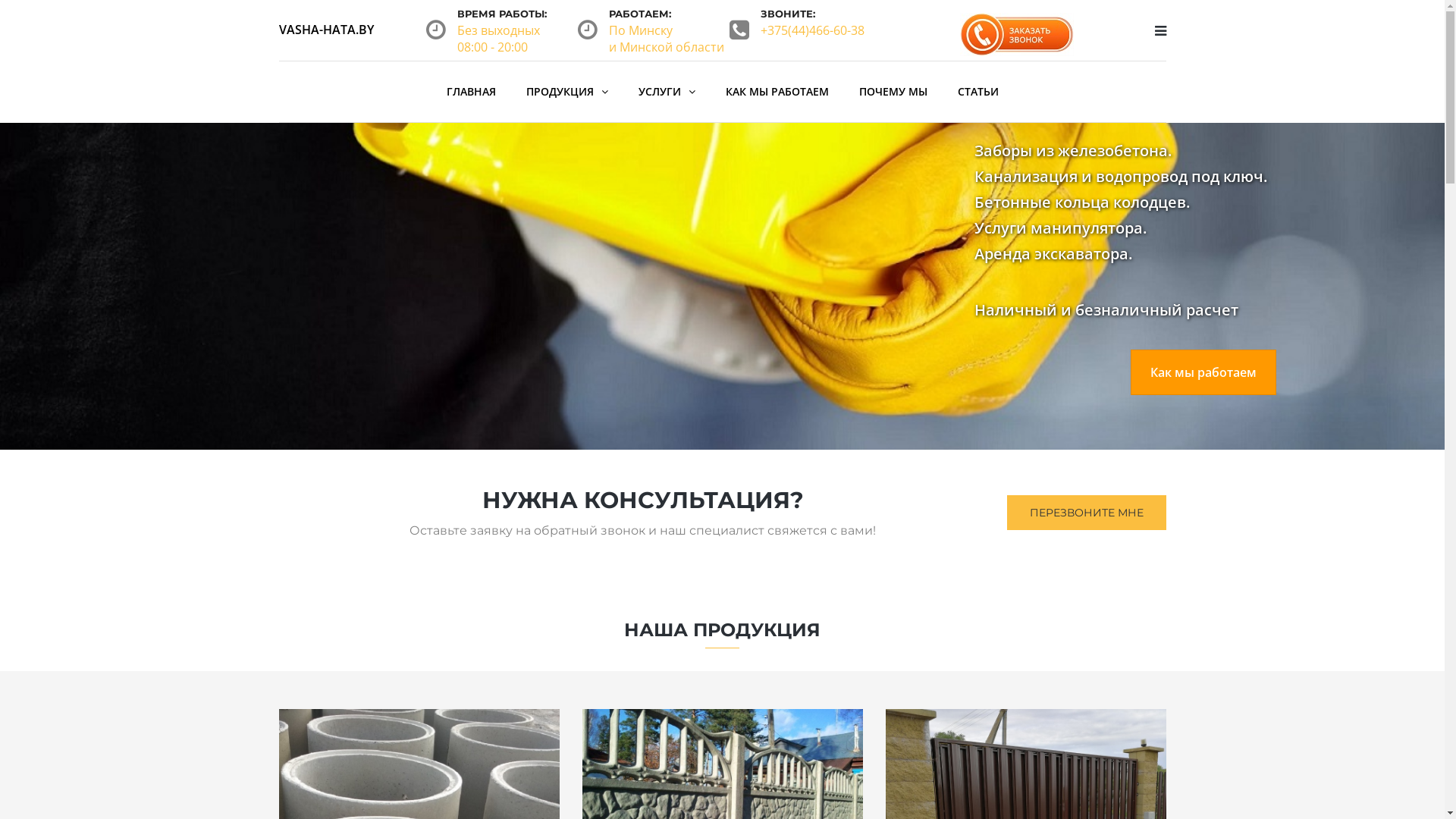 The height and width of the screenshot is (819, 1456). What do you see at coordinates (325, 29) in the screenshot?
I see `'VASHA-HATA.BY'` at bounding box center [325, 29].